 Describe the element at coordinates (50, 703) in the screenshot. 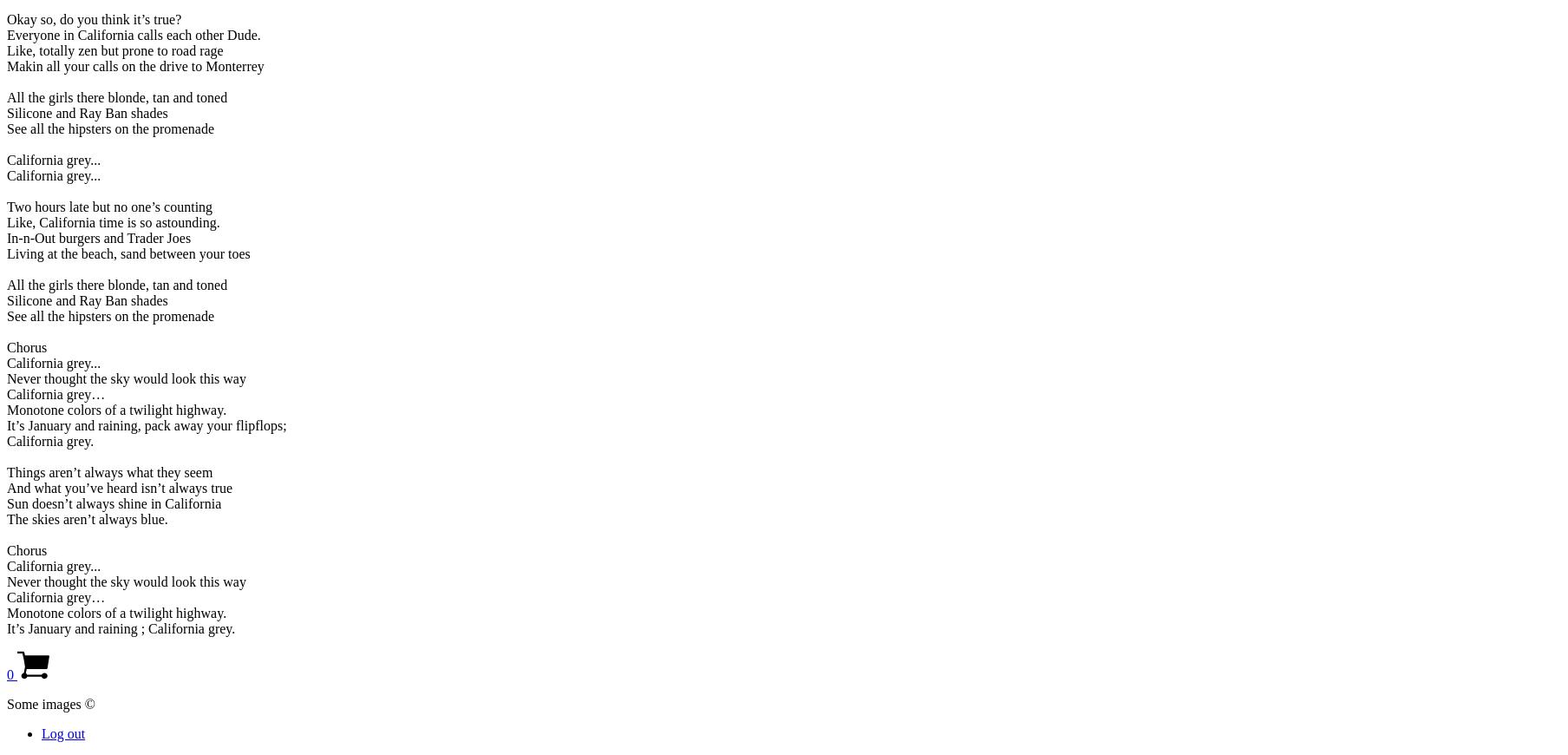

I see `'Some images ©'` at that location.